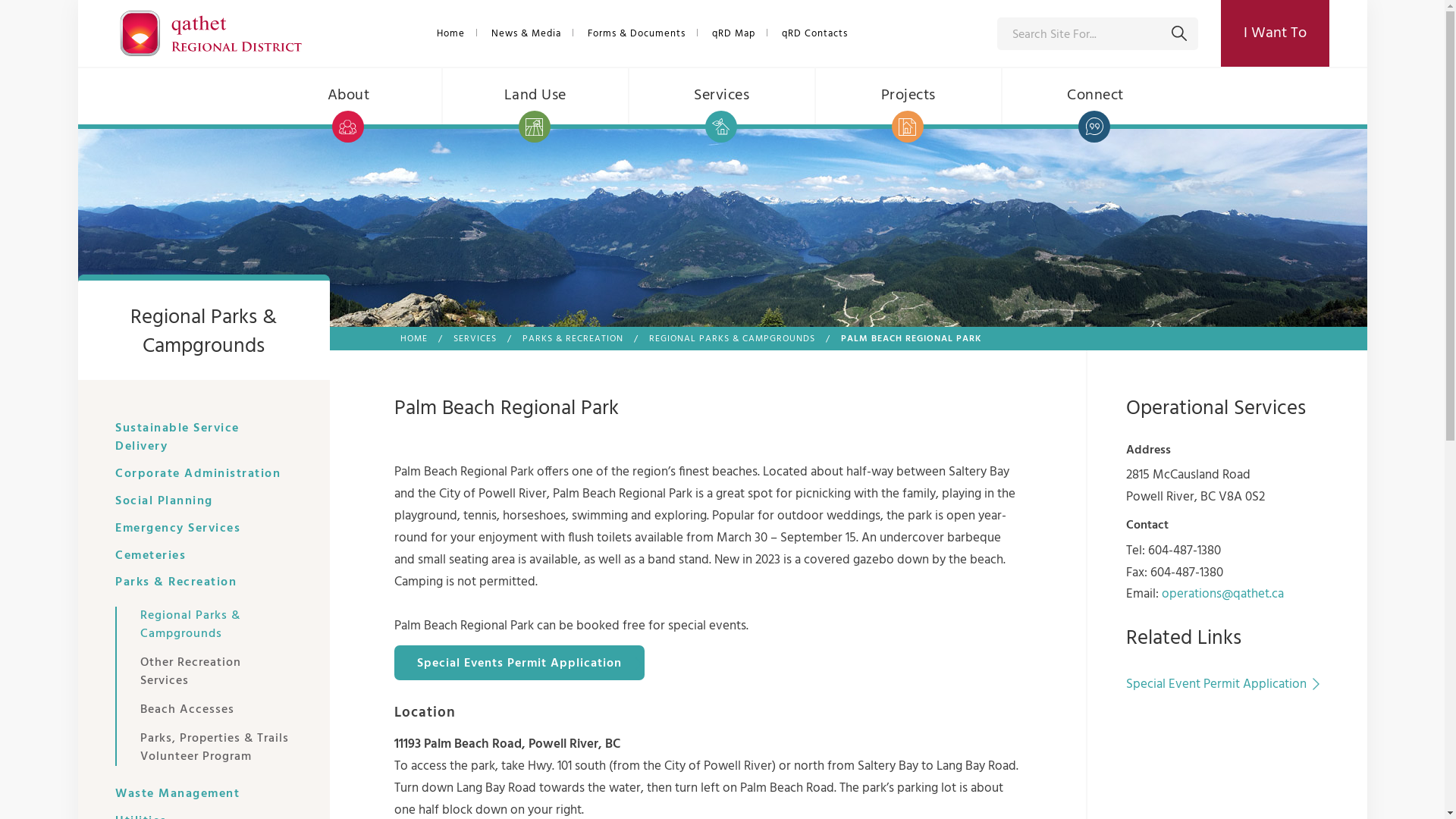 The image size is (1456, 819). Describe the element at coordinates (177, 792) in the screenshot. I see `'Waste Management'` at that location.